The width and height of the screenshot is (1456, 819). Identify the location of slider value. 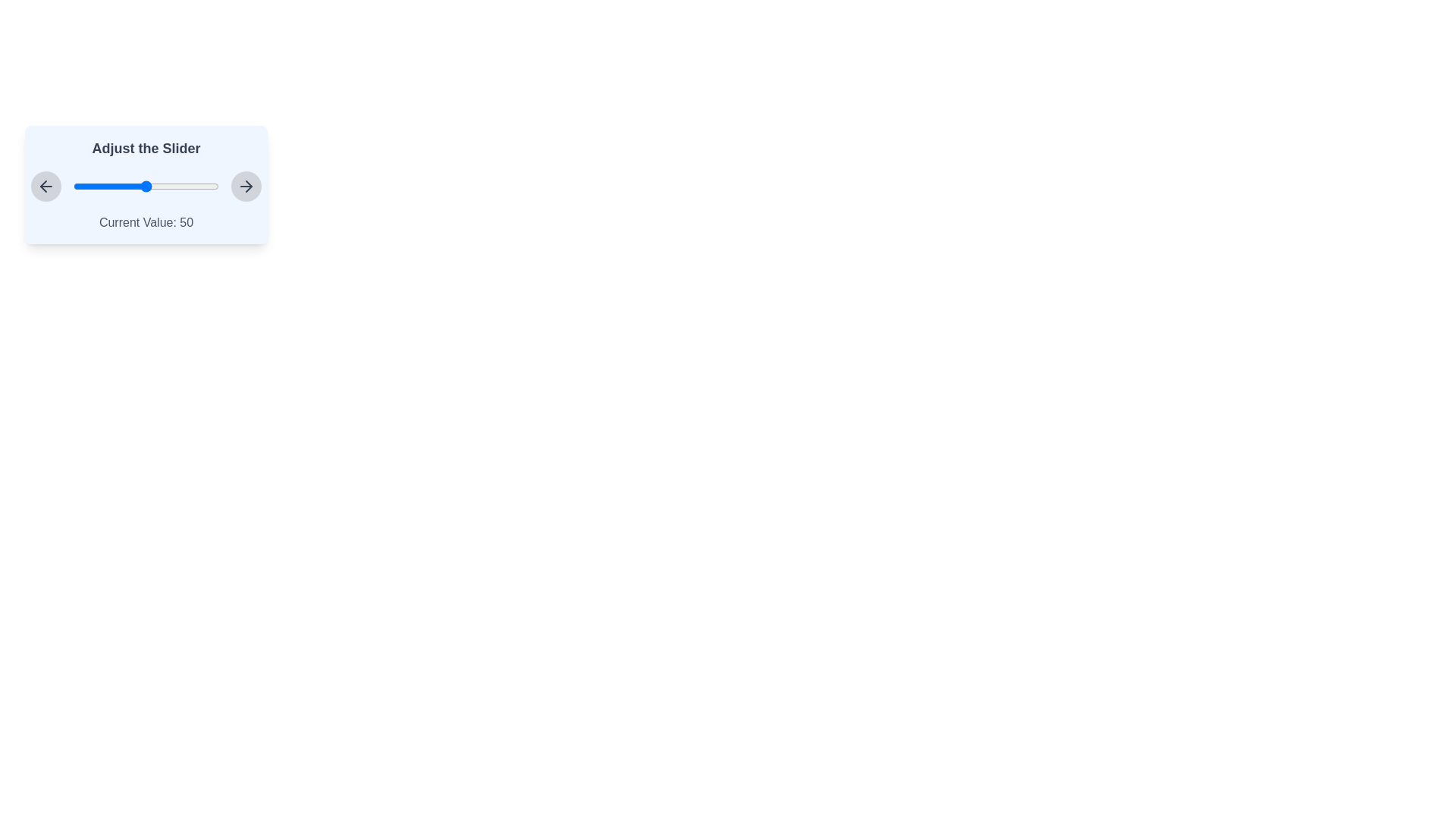
(186, 186).